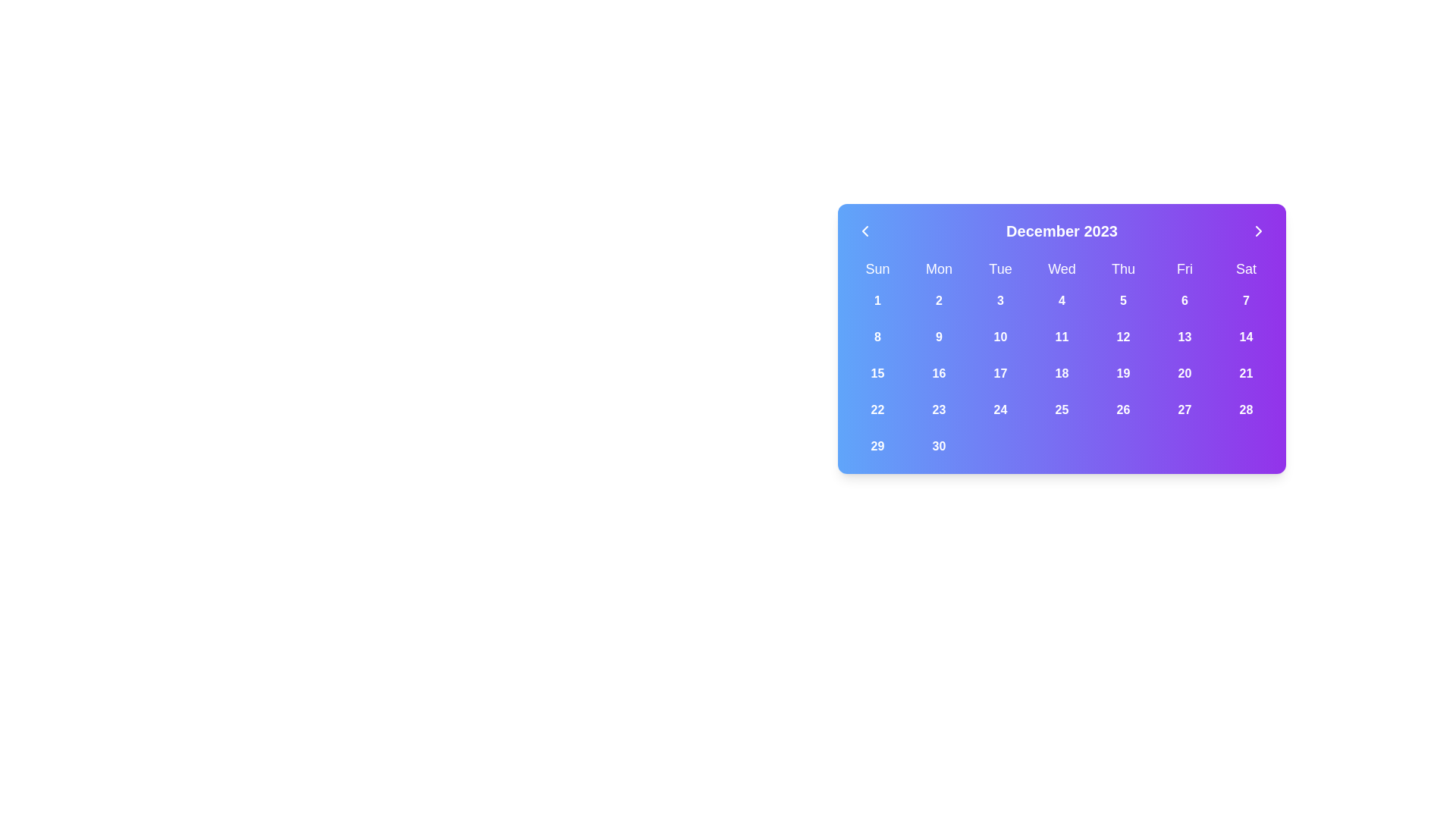 Image resolution: width=1456 pixels, height=819 pixels. What do you see at coordinates (865, 231) in the screenshot?
I see `the circular button containing the left-pointing chevron icon located at the top-left corner of the calendar widget` at bounding box center [865, 231].